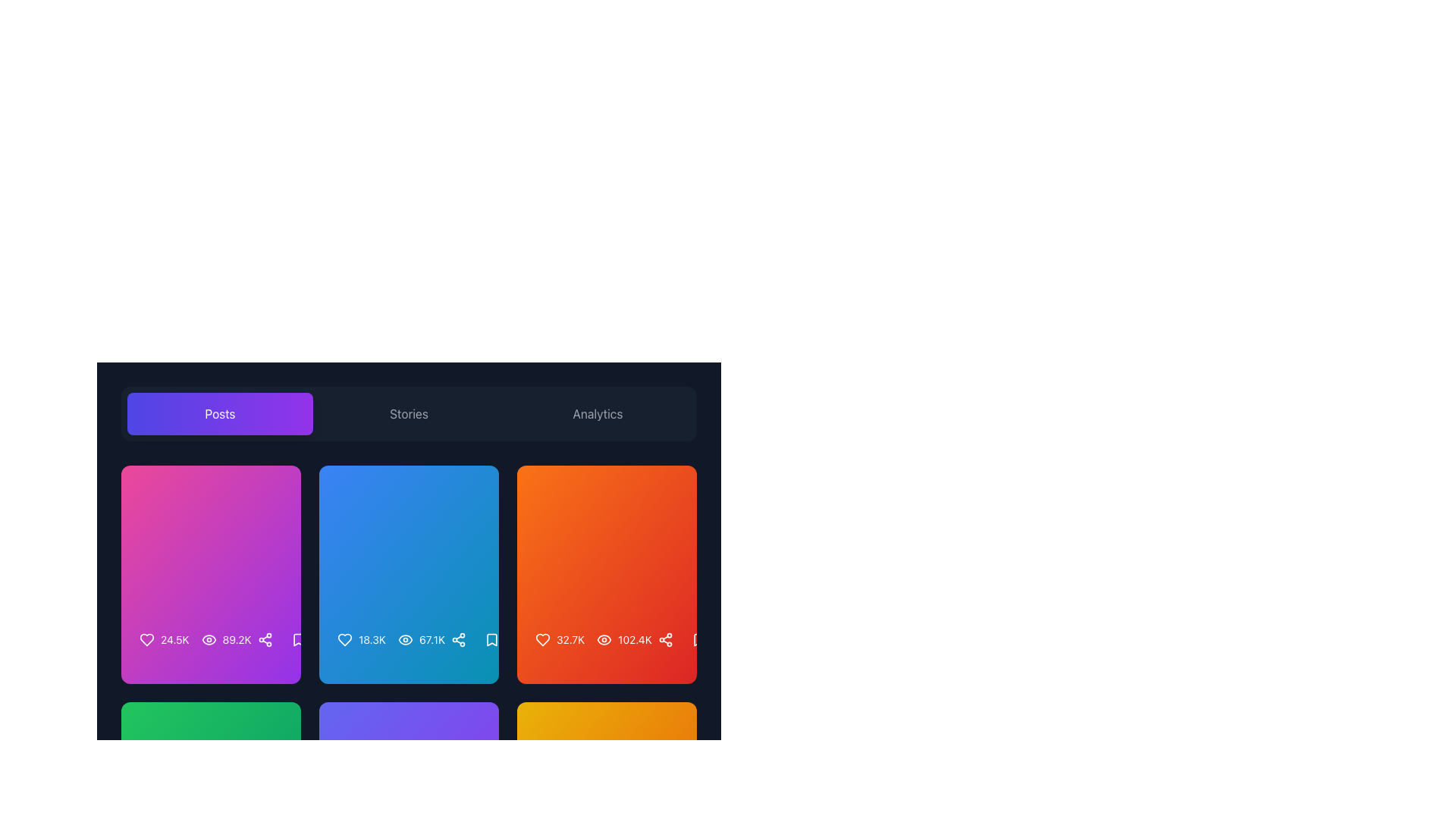  I want to click on the bookmark icon located at the bottom-right corner of the blue card in the second column of the grid layout, so click(491, 640).